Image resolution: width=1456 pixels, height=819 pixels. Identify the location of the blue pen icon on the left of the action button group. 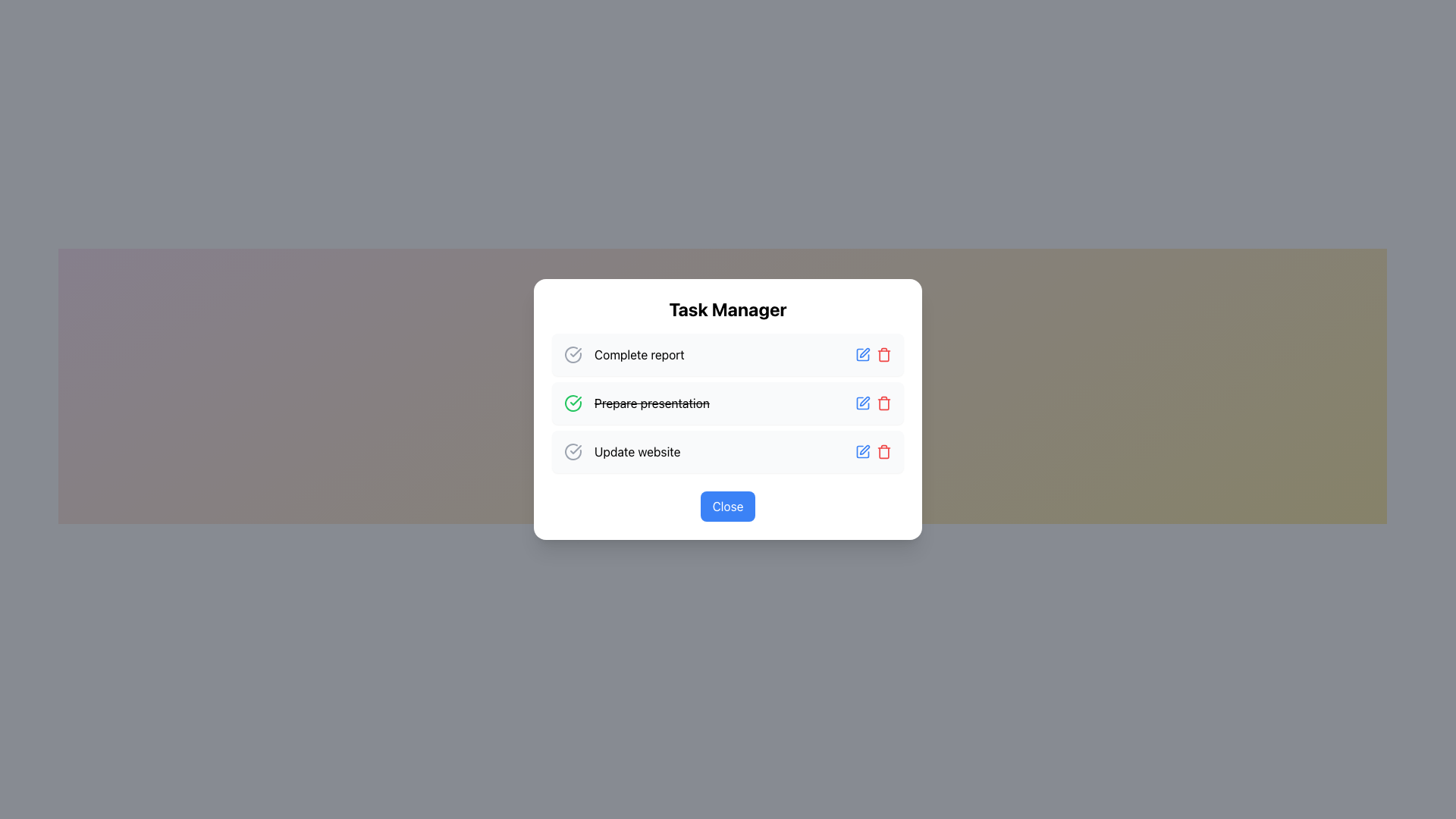
(874, 354).